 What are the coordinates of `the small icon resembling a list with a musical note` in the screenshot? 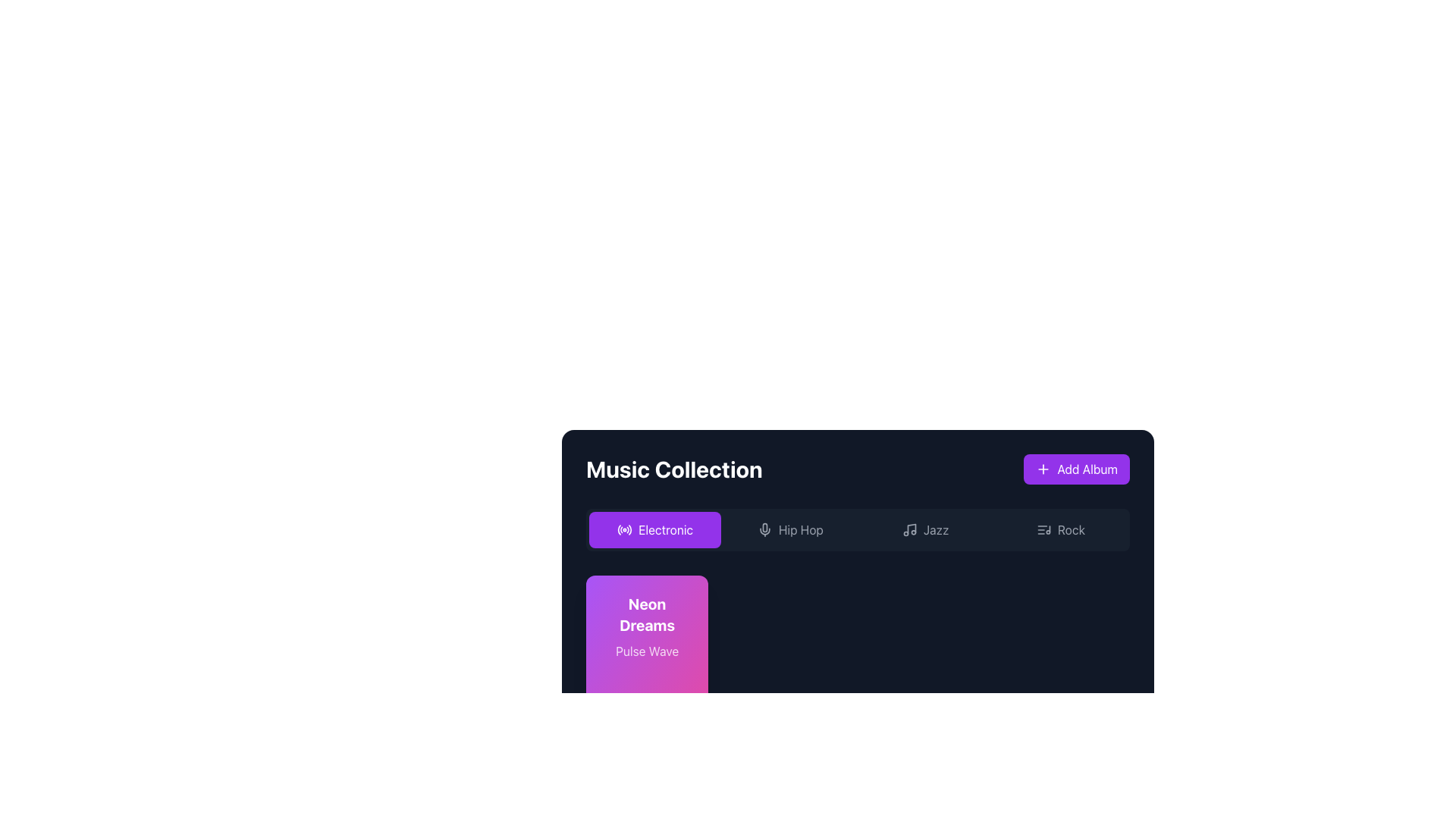 It's located at (1043, 529).